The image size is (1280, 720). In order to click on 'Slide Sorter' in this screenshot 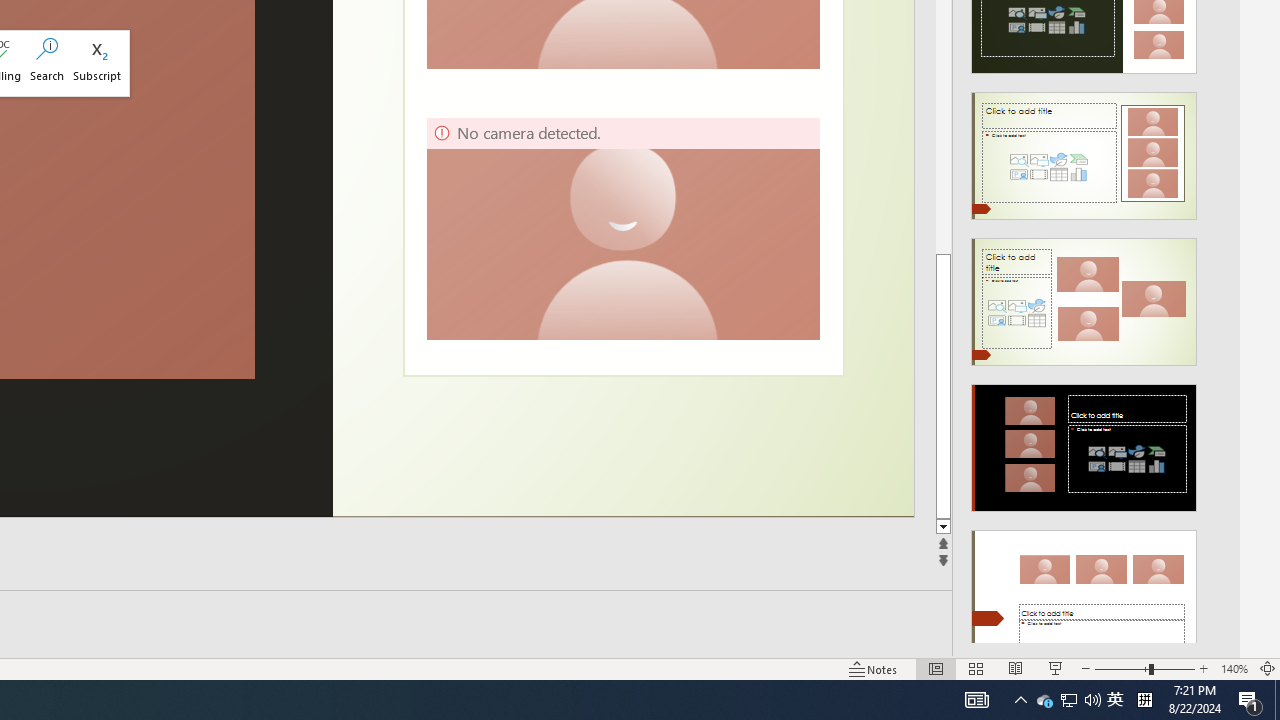, I will do `click(976, 669)`.